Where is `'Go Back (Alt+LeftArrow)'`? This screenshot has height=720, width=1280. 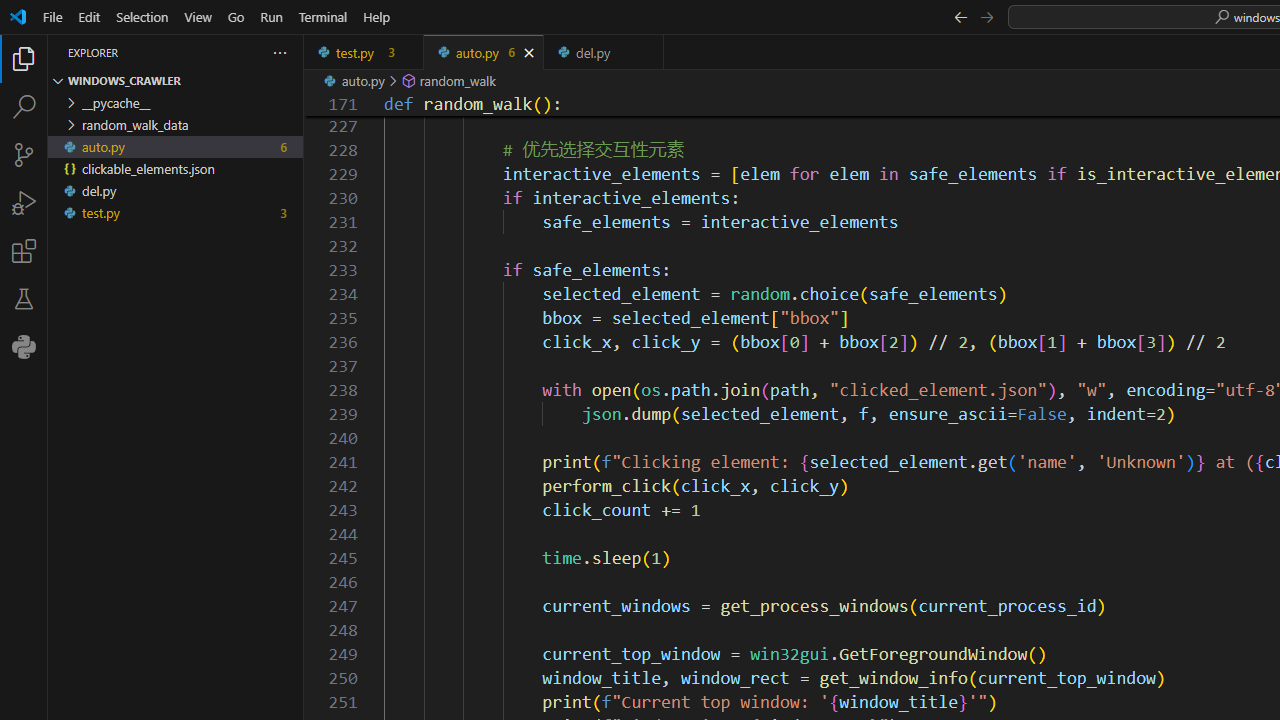
'Go Back (Alt+LeftArrow)' is located at coordinates (960, 16).